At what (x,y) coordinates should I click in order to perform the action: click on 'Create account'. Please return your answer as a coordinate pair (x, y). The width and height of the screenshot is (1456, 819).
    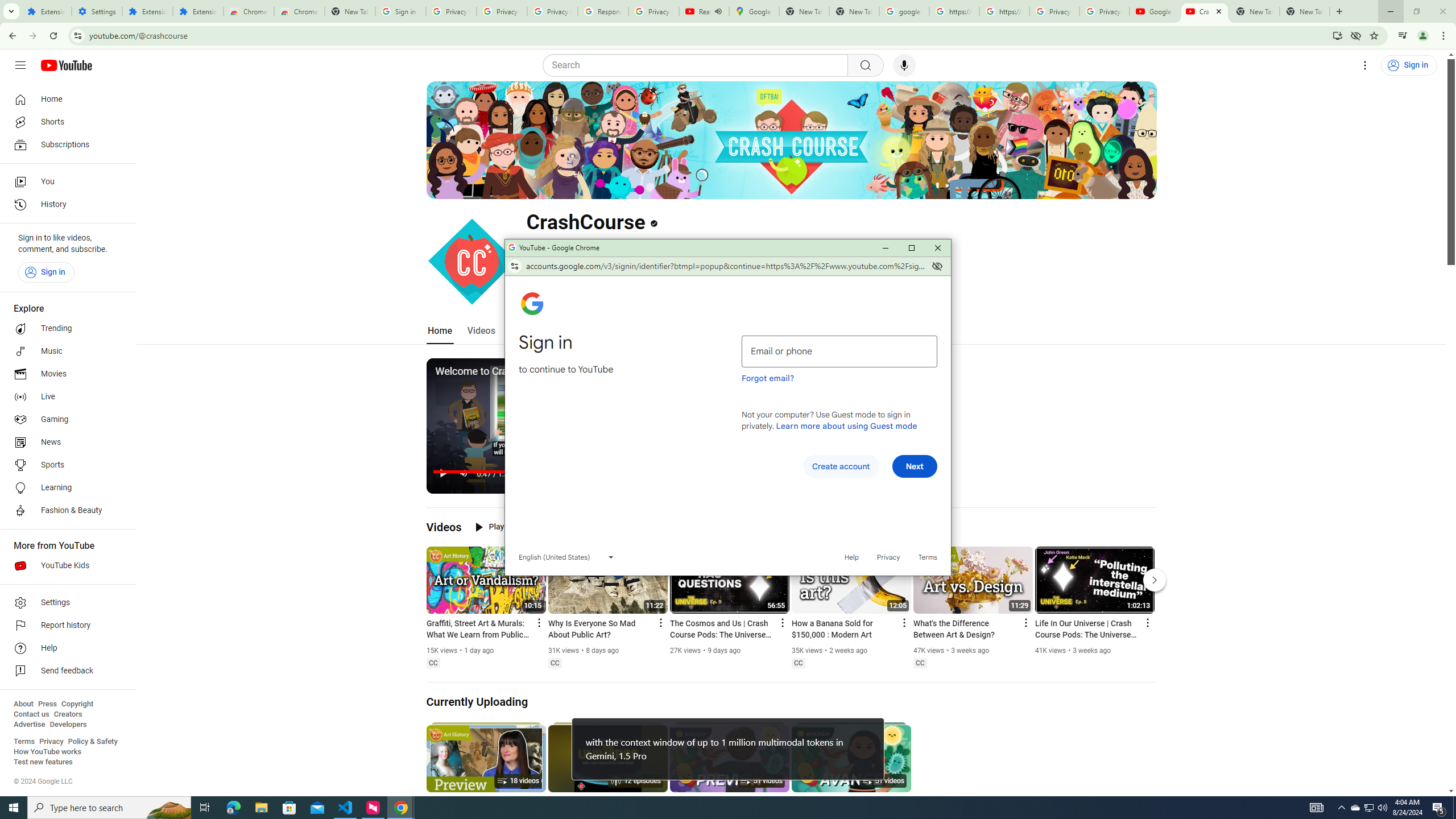
    Looking at the image, I should click on (840, 466).